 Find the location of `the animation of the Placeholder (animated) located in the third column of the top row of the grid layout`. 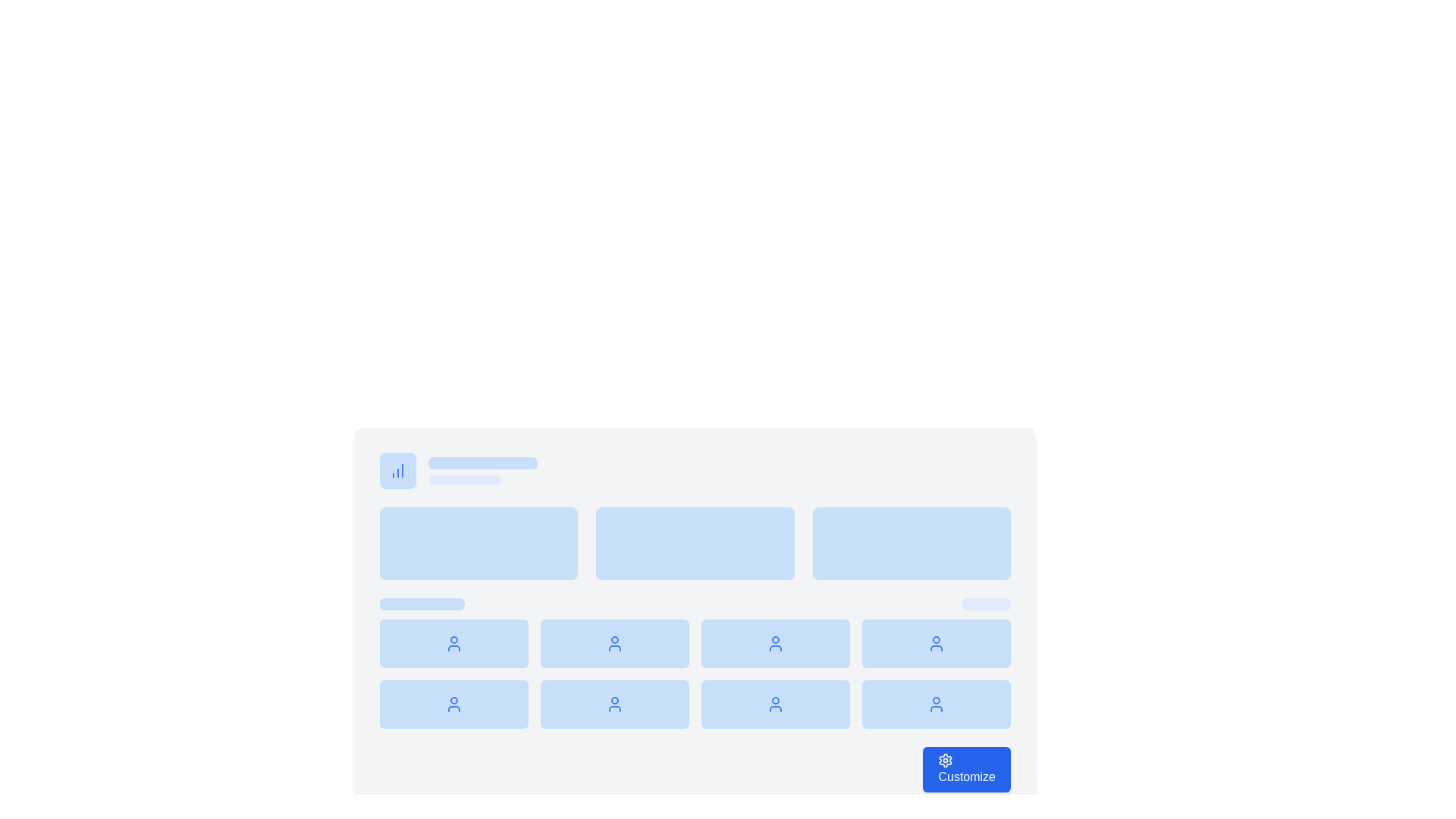

the animation of the Placeholder (animated) located in the third column of the top row of the grid layout is located at coordinates (911, 543).